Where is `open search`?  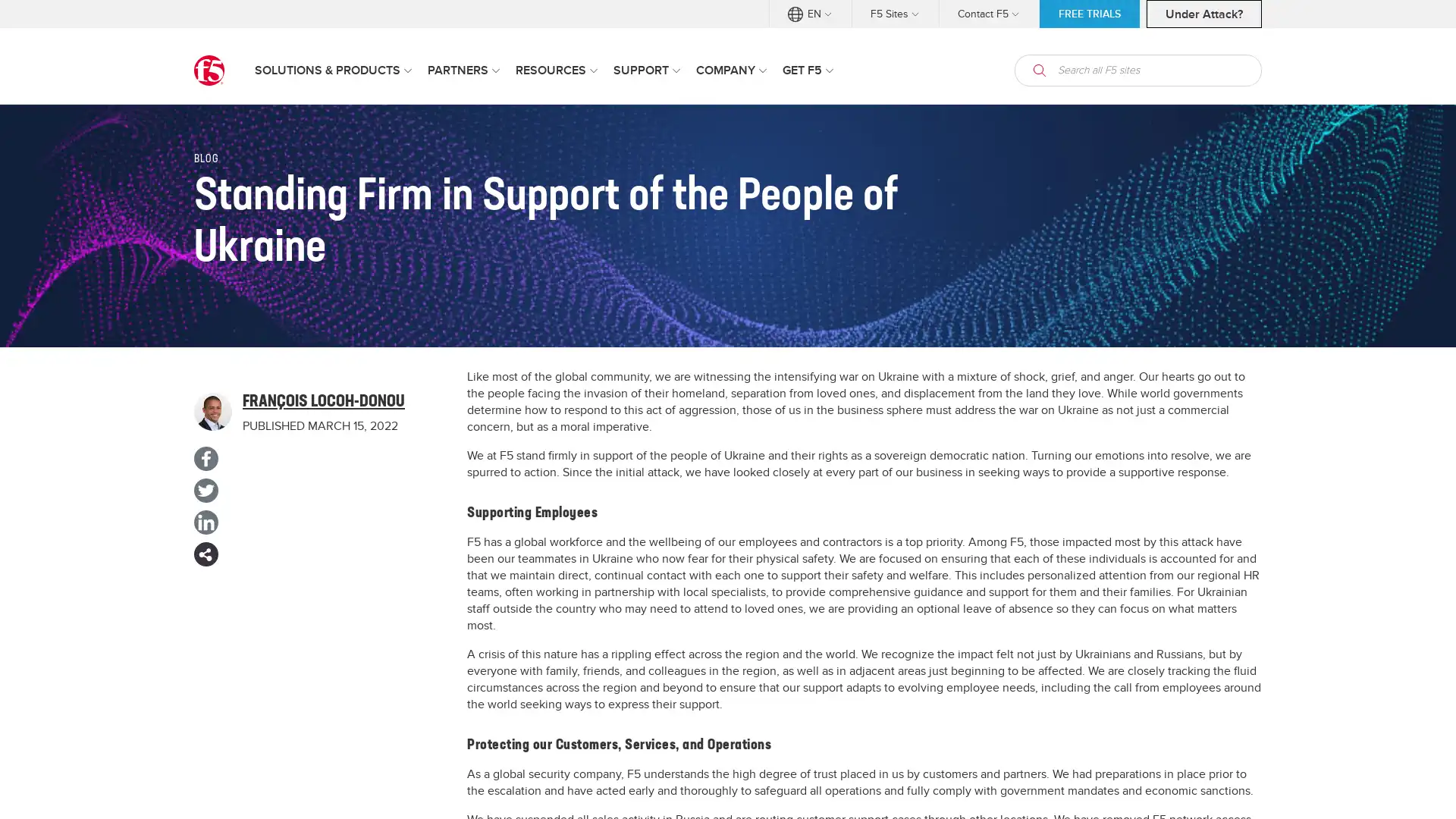
open search is located at coordinates (1037, 70).